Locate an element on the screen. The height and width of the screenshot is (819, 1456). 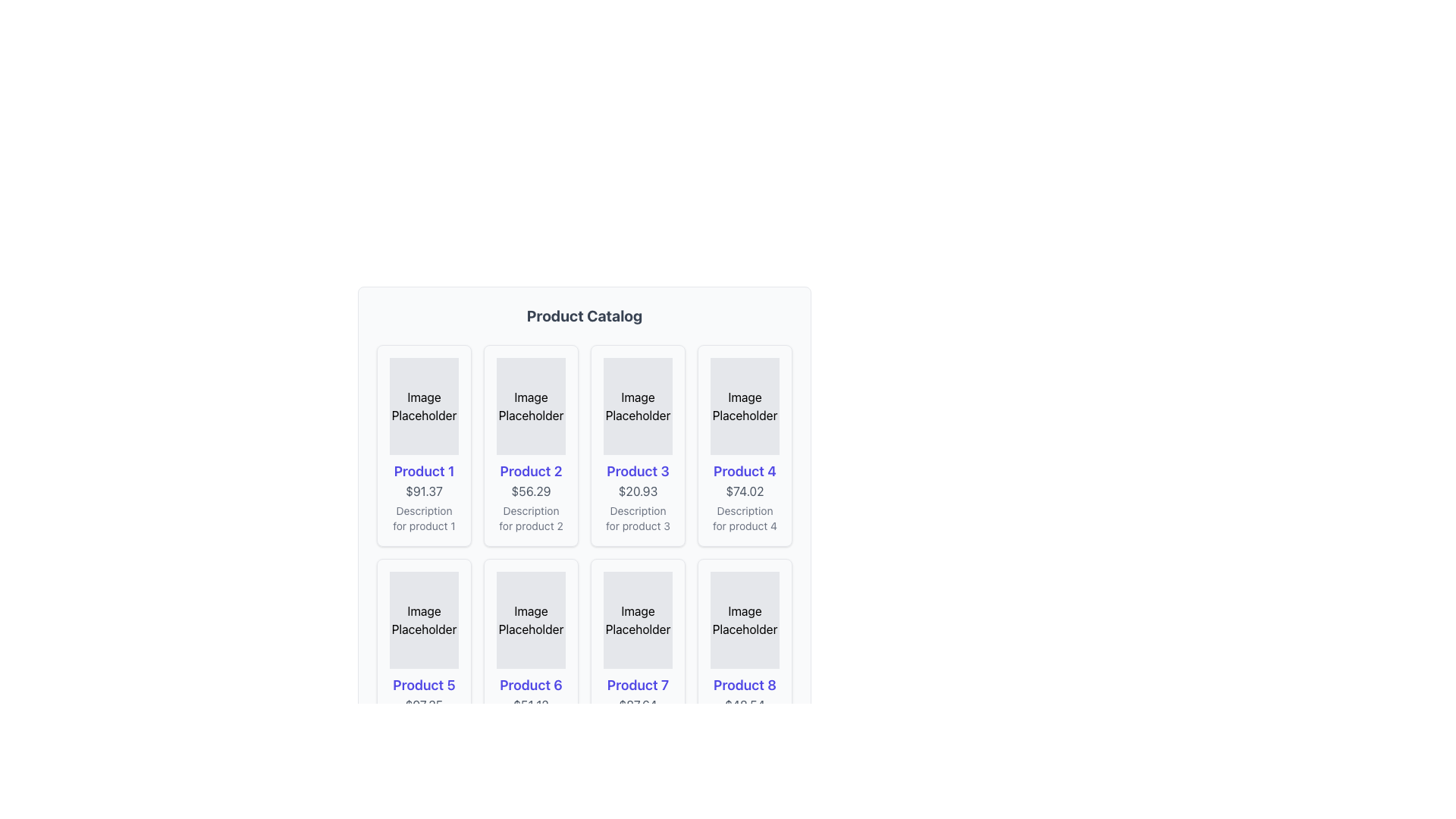
the placeholder element for 'Product 4', which is located at the top-right section of the grid, above the title, price, and description is located at coordinates (745, 406).